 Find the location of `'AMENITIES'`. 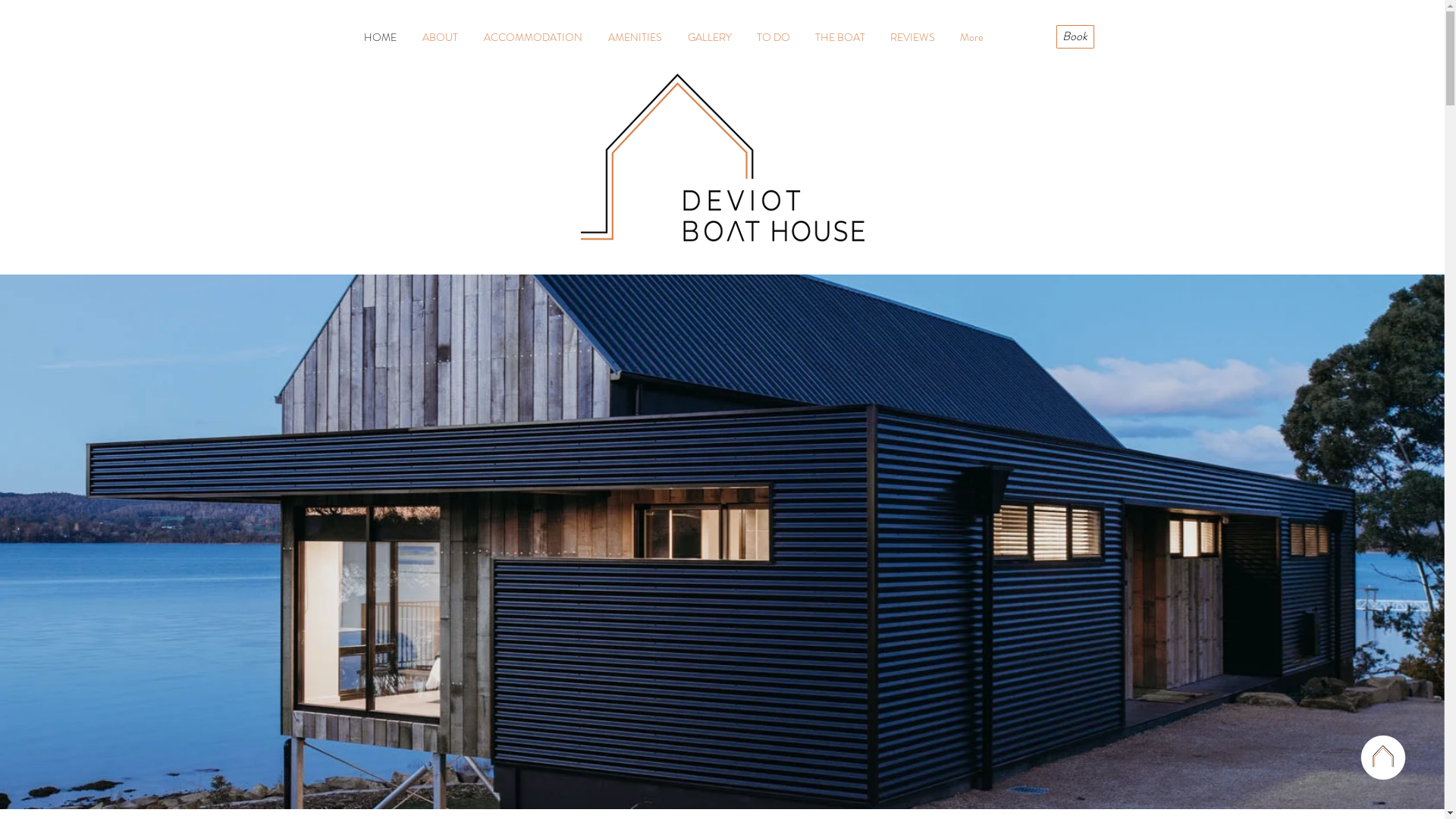

'AMENITIES' is located at coordinates (593, 36).